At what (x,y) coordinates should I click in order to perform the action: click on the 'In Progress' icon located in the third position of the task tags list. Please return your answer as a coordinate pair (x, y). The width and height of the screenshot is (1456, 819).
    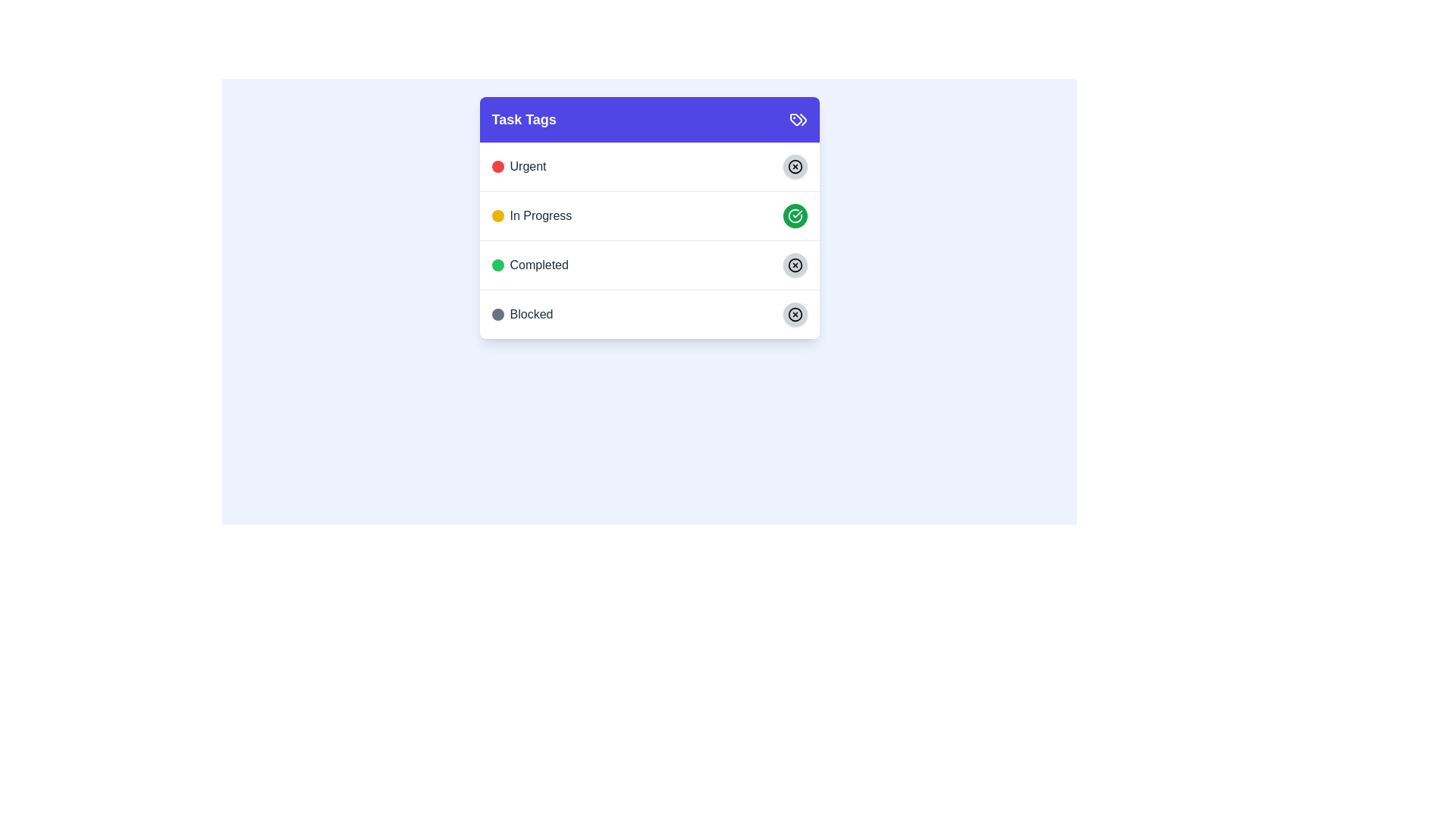
    Looking at the image, I should click on (794, 216).